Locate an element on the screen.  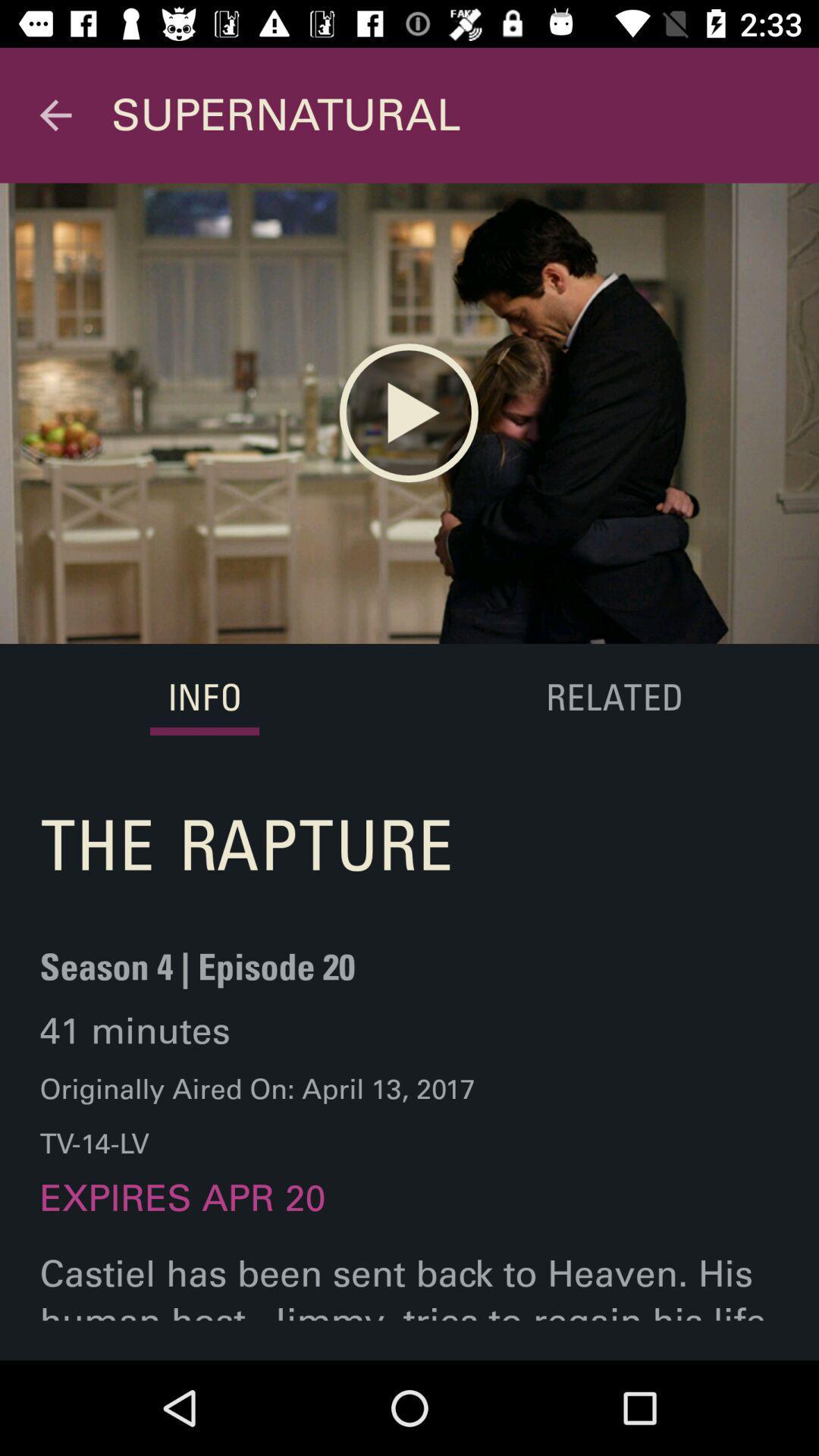
item below the season 4 episode item is located at coordinates (134, 1031).